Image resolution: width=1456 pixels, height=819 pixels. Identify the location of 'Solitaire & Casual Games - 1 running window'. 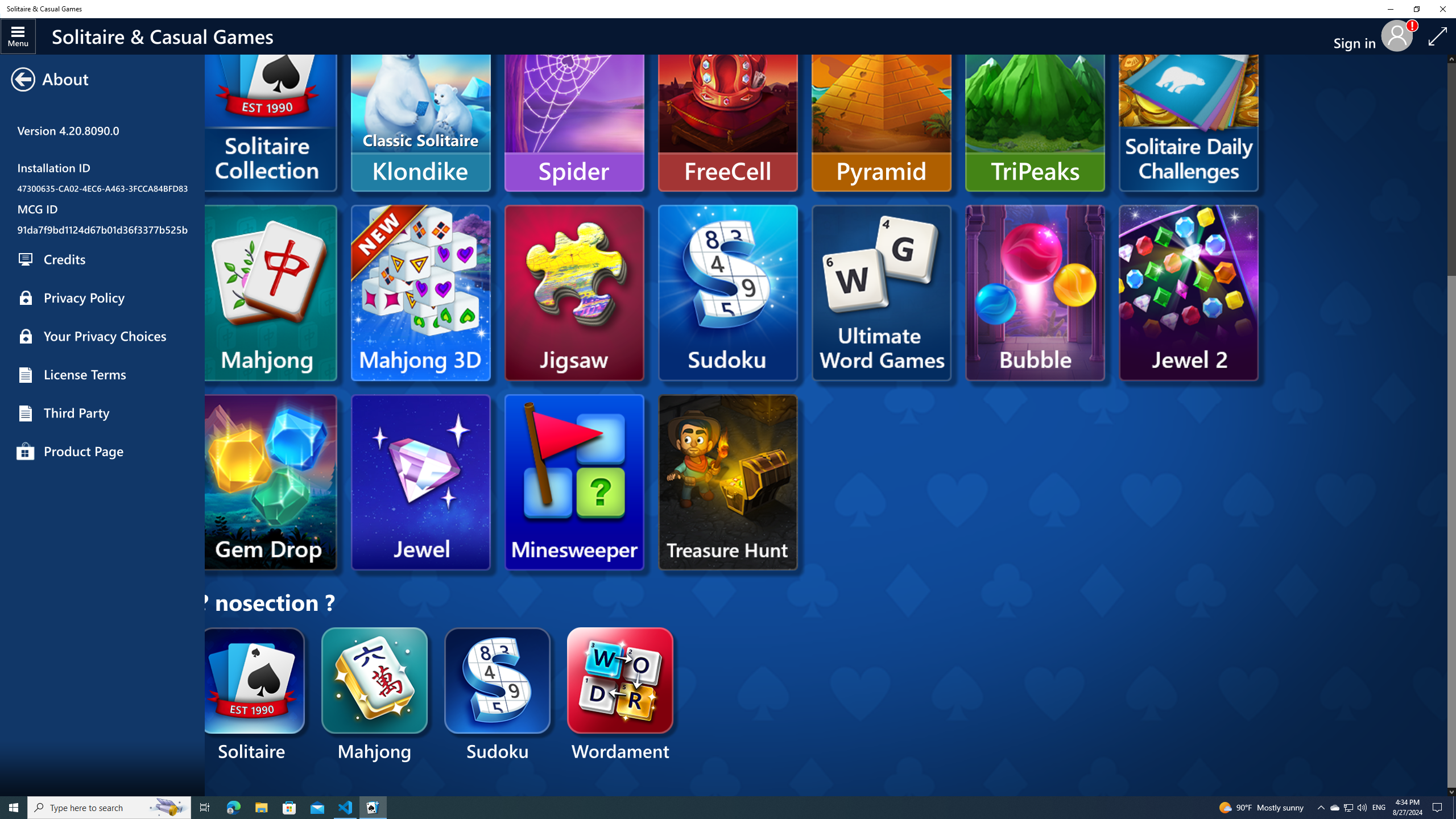
(373, 806).